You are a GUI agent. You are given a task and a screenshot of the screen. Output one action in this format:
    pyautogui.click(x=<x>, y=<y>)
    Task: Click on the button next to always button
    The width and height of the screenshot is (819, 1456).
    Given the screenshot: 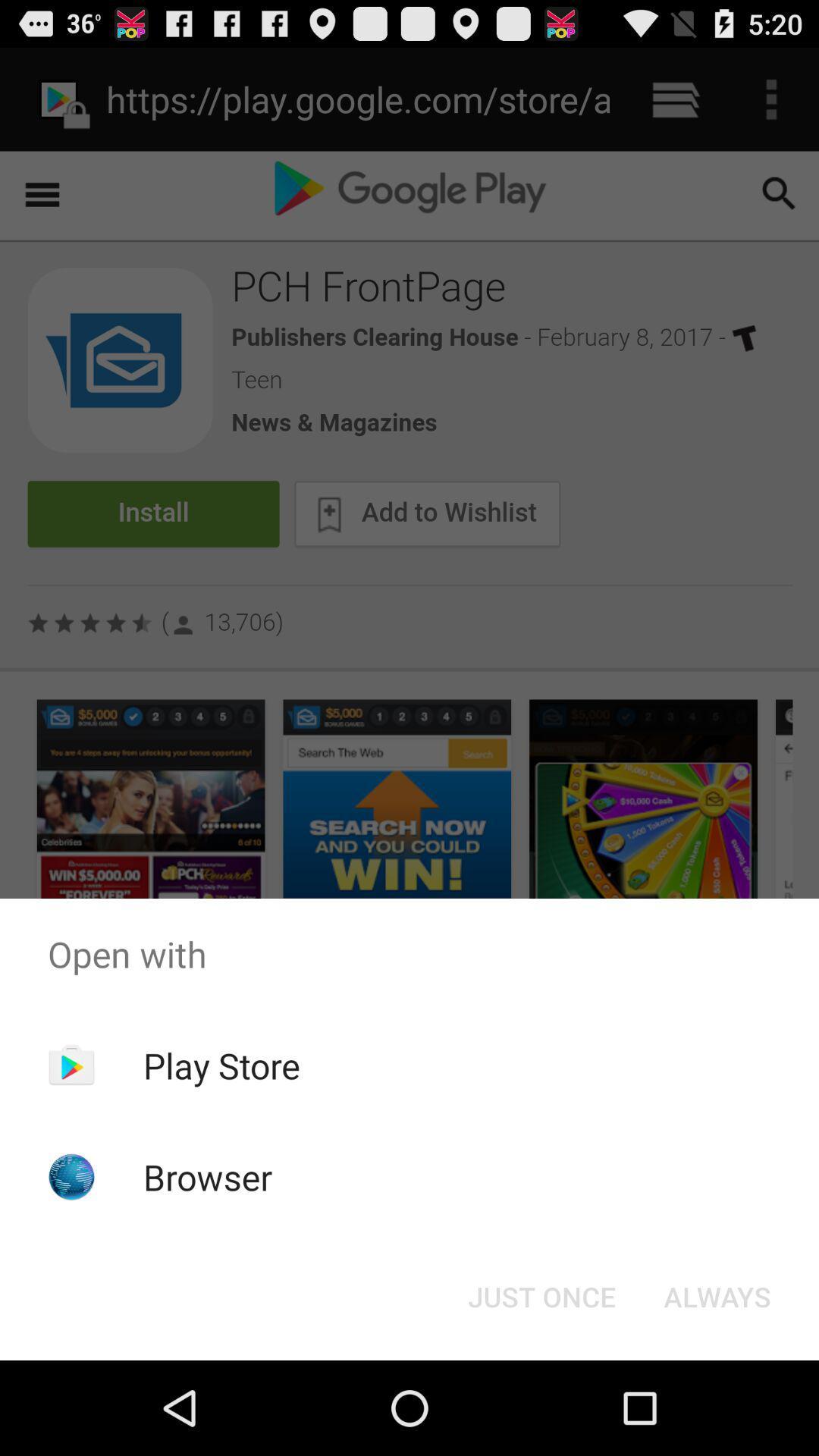 What is the action you would take?
    pyautogui.click(x=541, y=1295)
    